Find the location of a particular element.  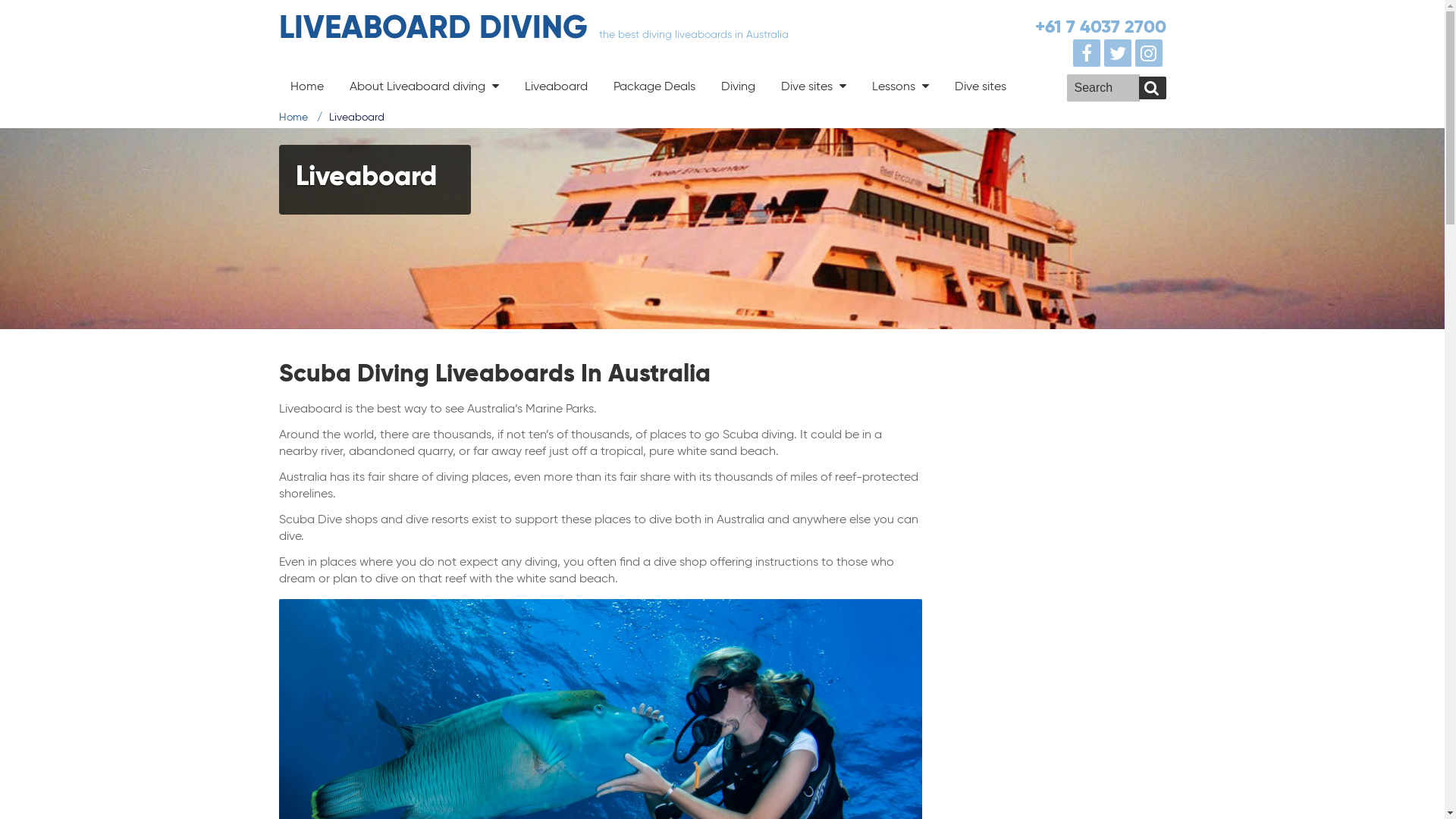

'0 followers on Instagram' is located at coordinates (1135, 52).